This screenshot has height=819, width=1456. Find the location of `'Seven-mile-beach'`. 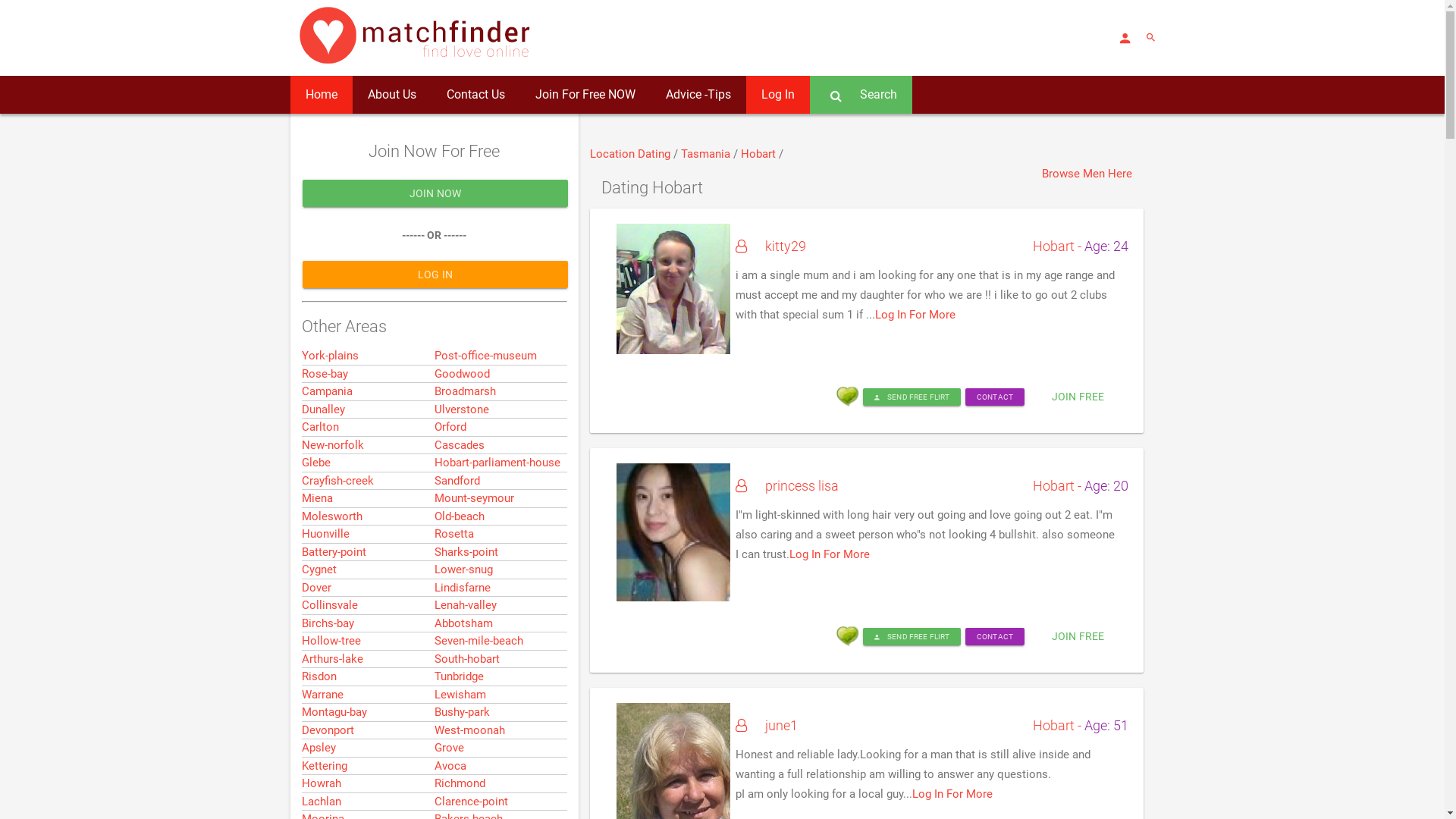

'Seven-mile-beach' is located at coordinates (477, 640).